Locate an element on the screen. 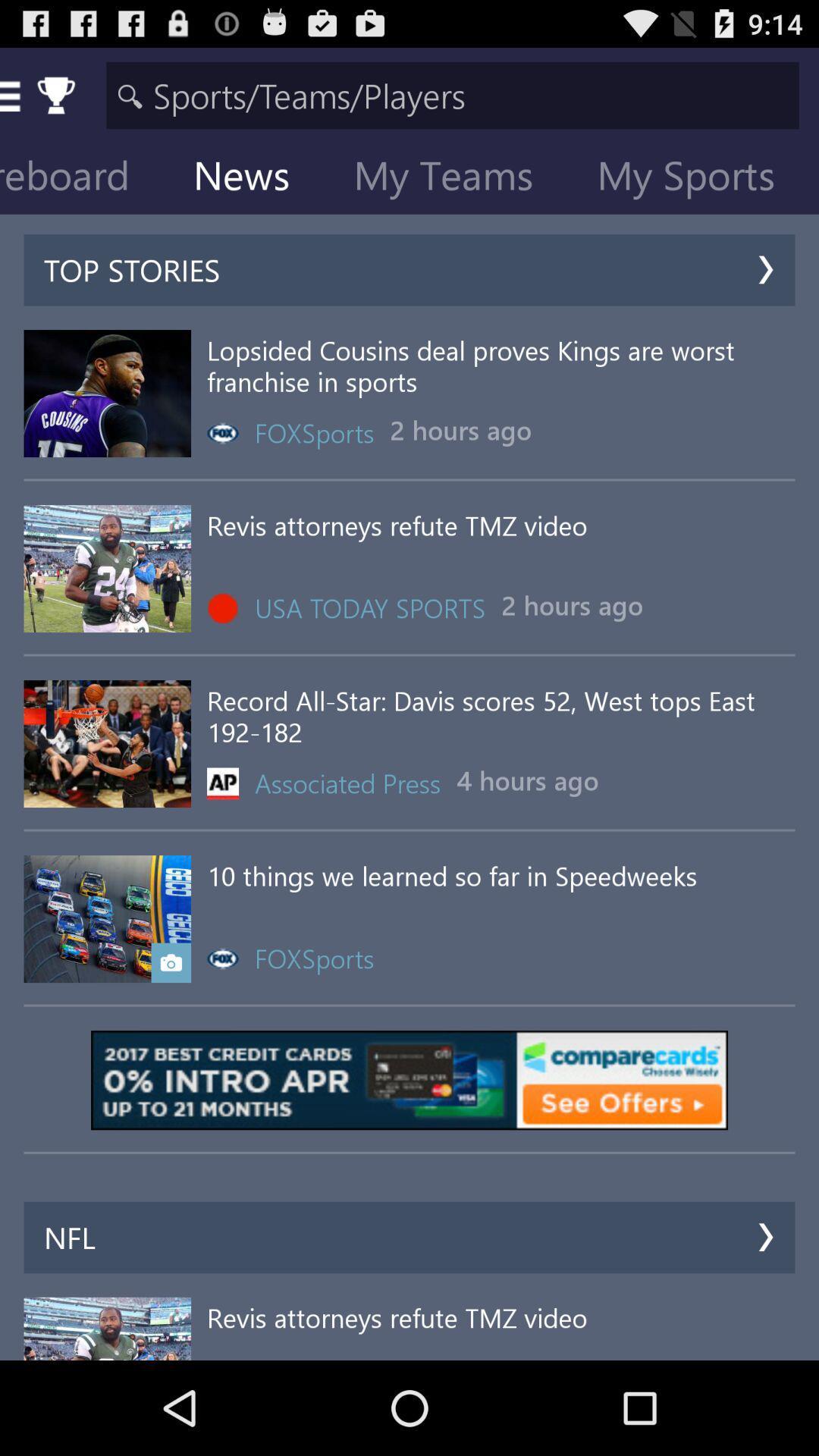  item next to my teams is located at coordinates (253, 178).